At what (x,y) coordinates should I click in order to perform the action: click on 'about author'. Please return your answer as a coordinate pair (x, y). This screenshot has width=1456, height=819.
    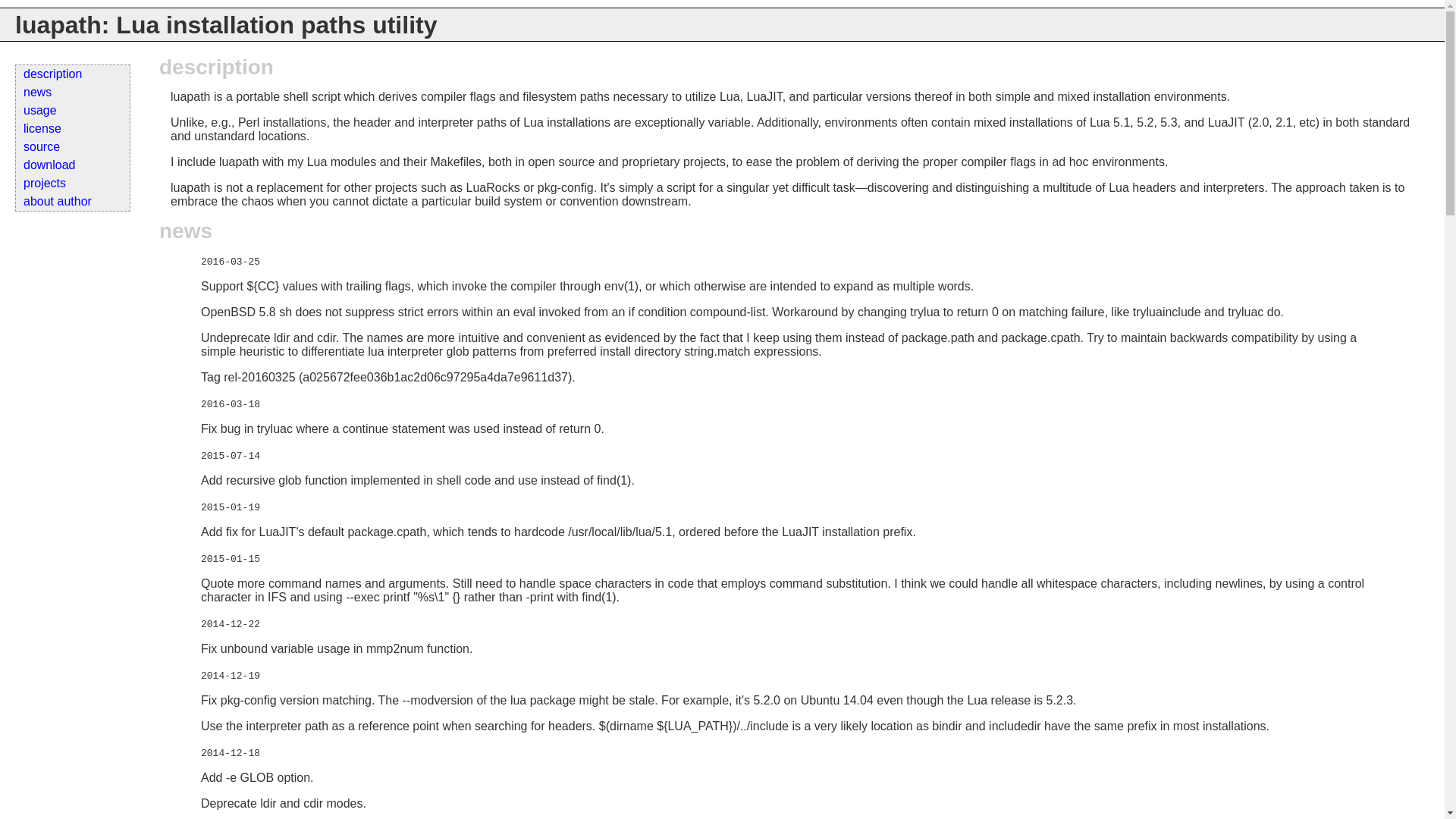
    Looking at the image, I should click on (72, 201).